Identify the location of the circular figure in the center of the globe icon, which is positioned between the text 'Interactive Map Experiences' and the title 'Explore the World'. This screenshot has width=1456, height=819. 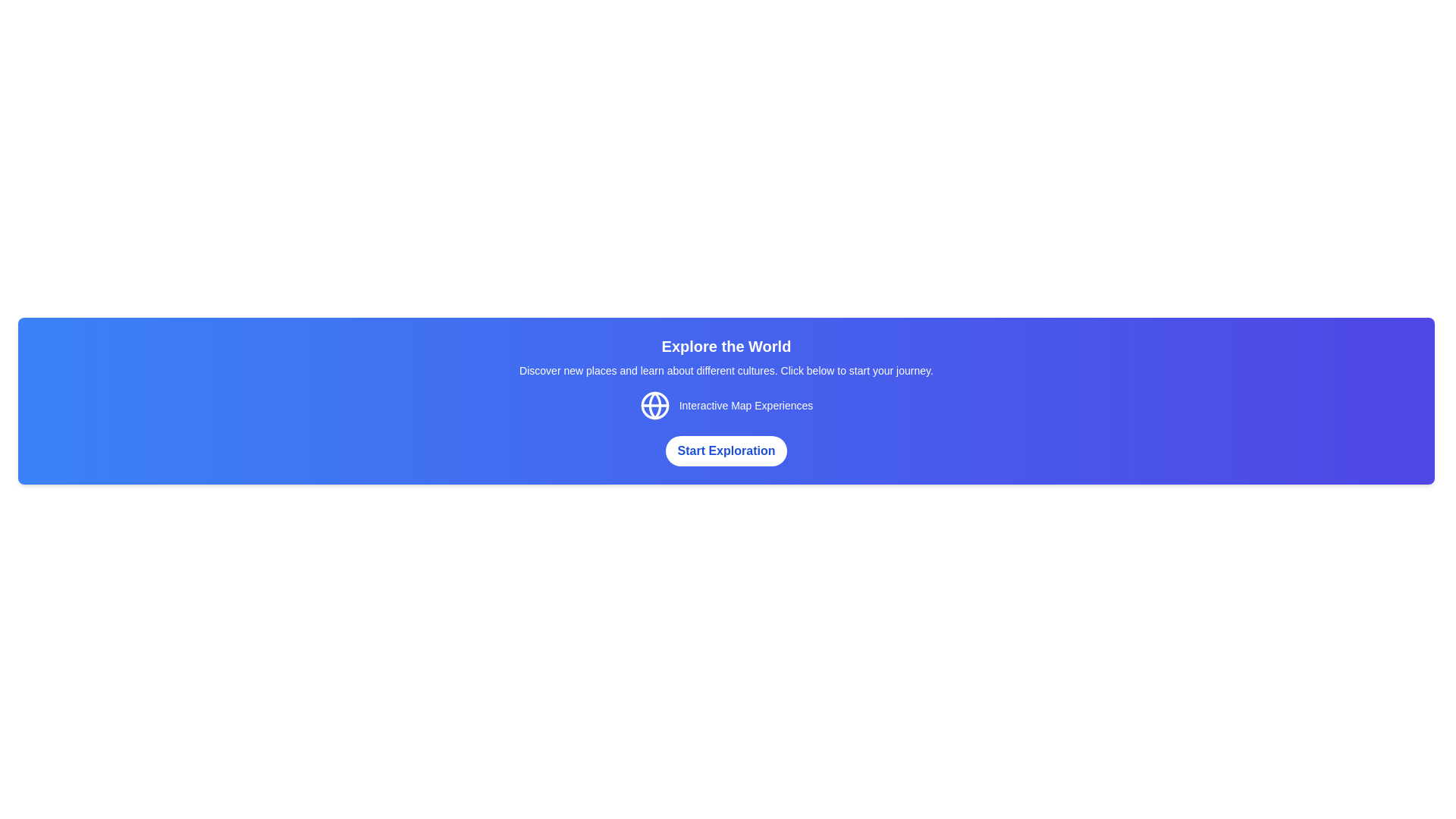
(654, 405).